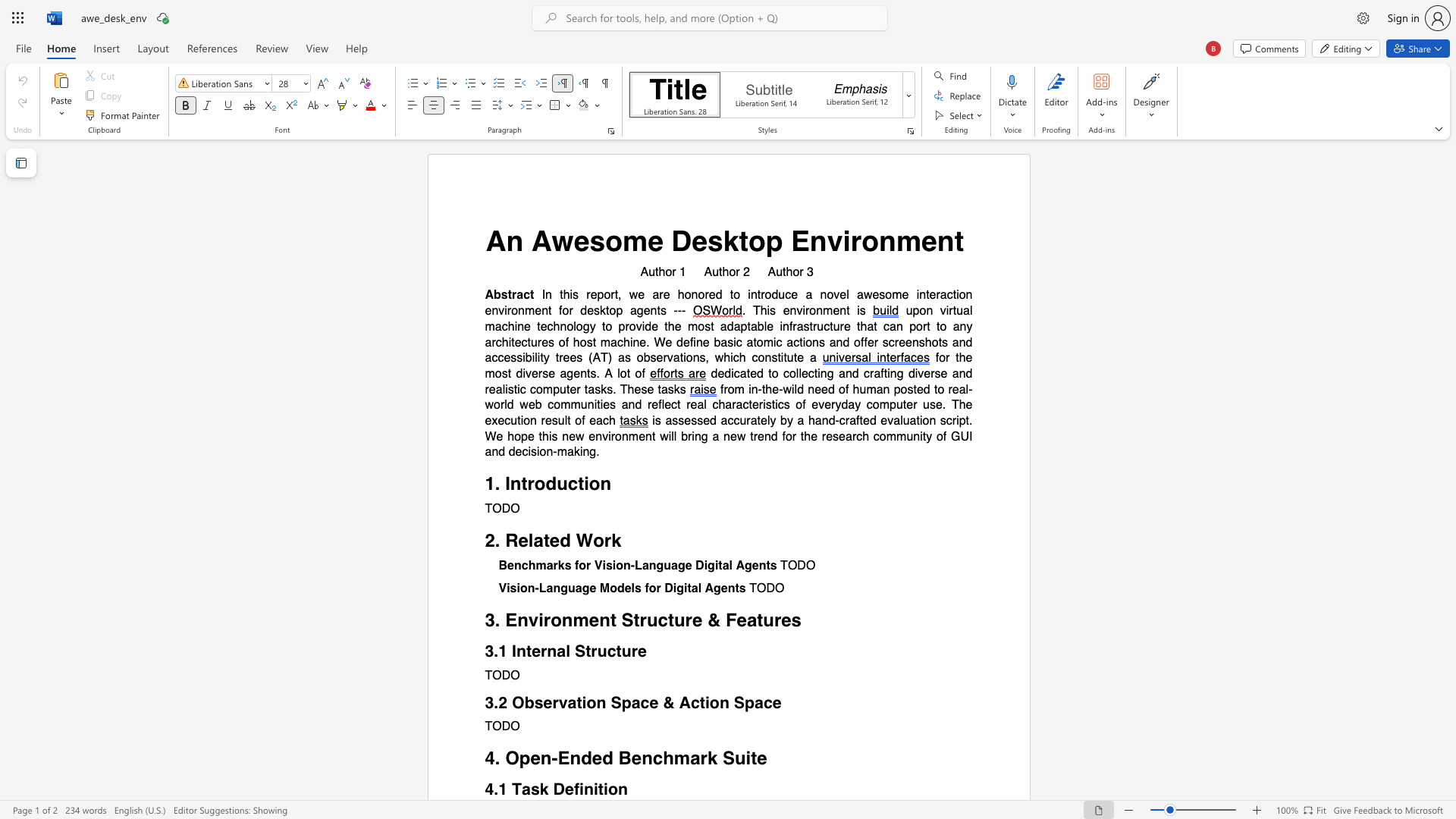  Describe the element at coordinates (860, 295) in the screenshot. I see `the 3th character "a" in the text` at that location.